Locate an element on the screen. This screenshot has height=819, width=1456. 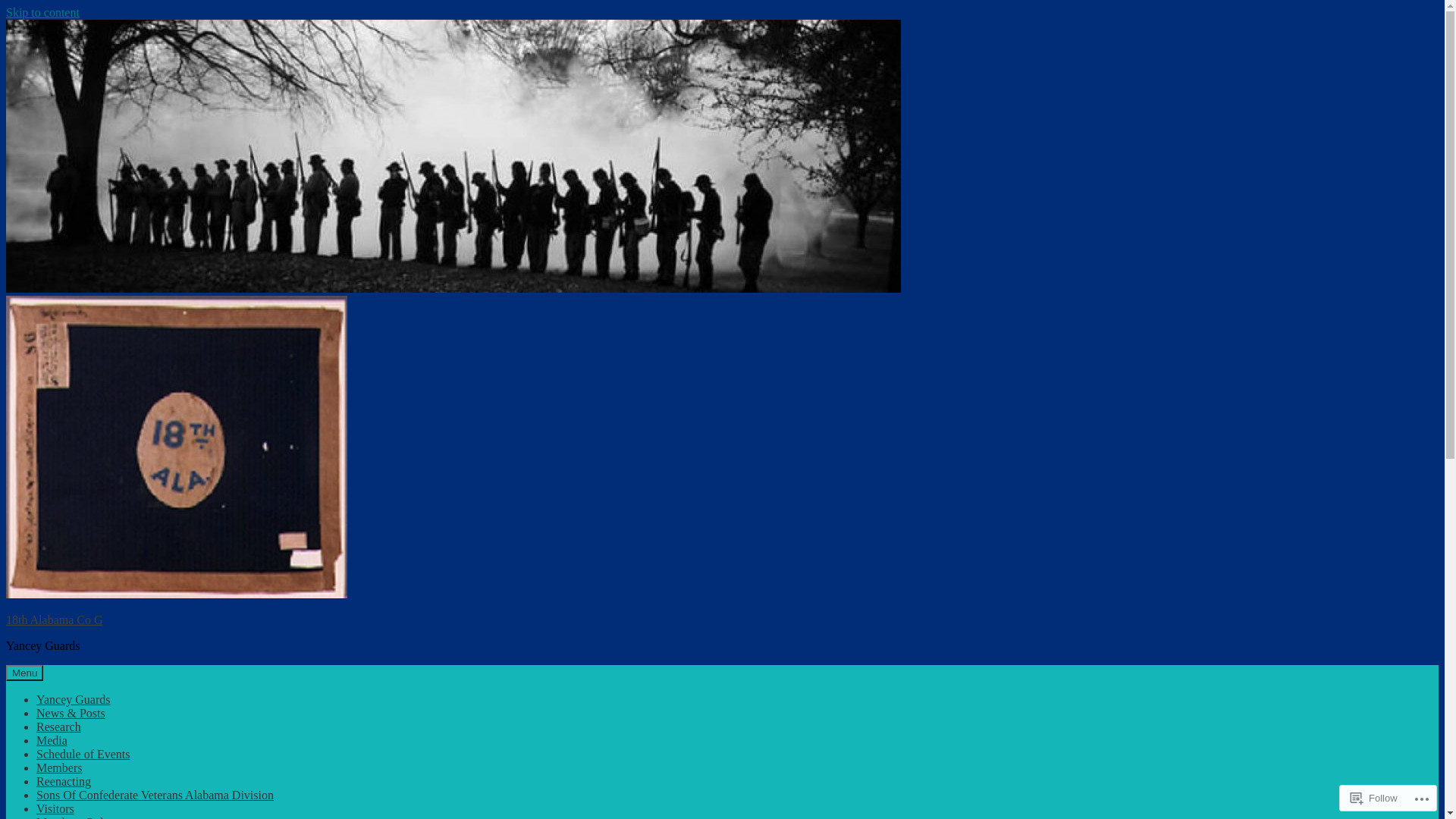
'Media' is located at coordinates (52, 739).